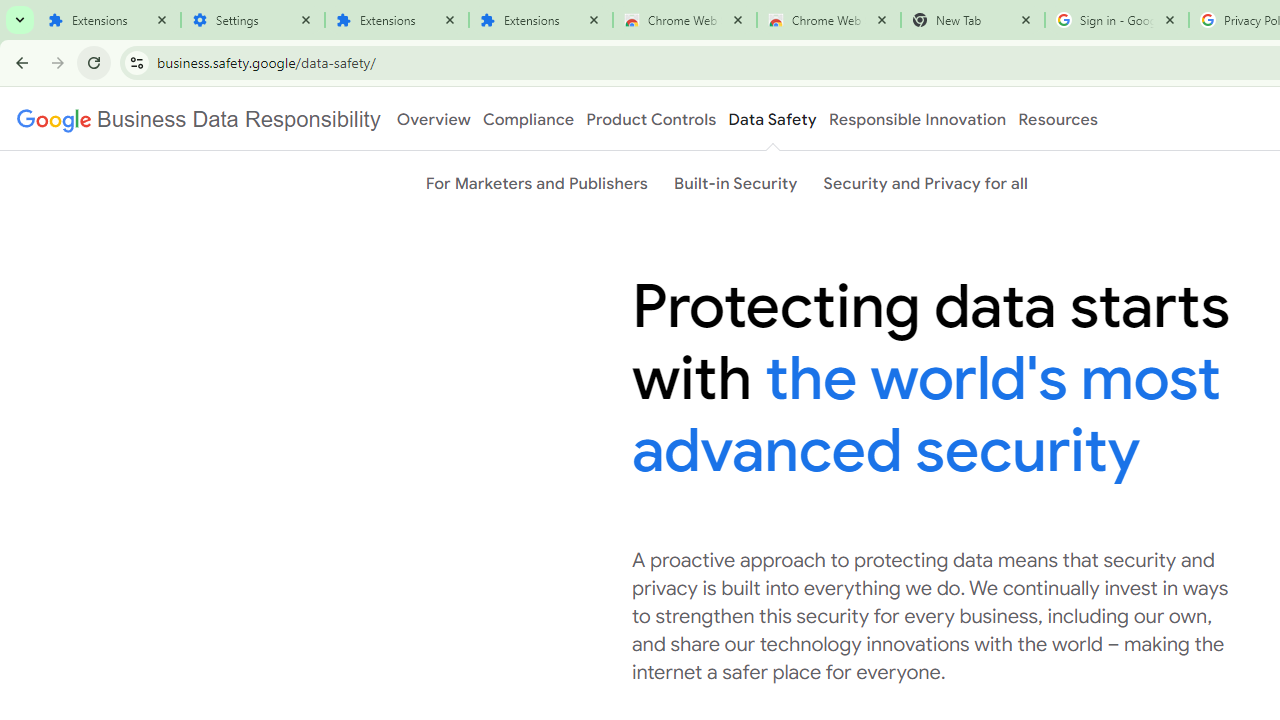 This screenshot has height=720, width=1280. What do you see at coordinates (432, 119) in the screenshot?
I see `'Overview'` at bounding box center [432, 119].